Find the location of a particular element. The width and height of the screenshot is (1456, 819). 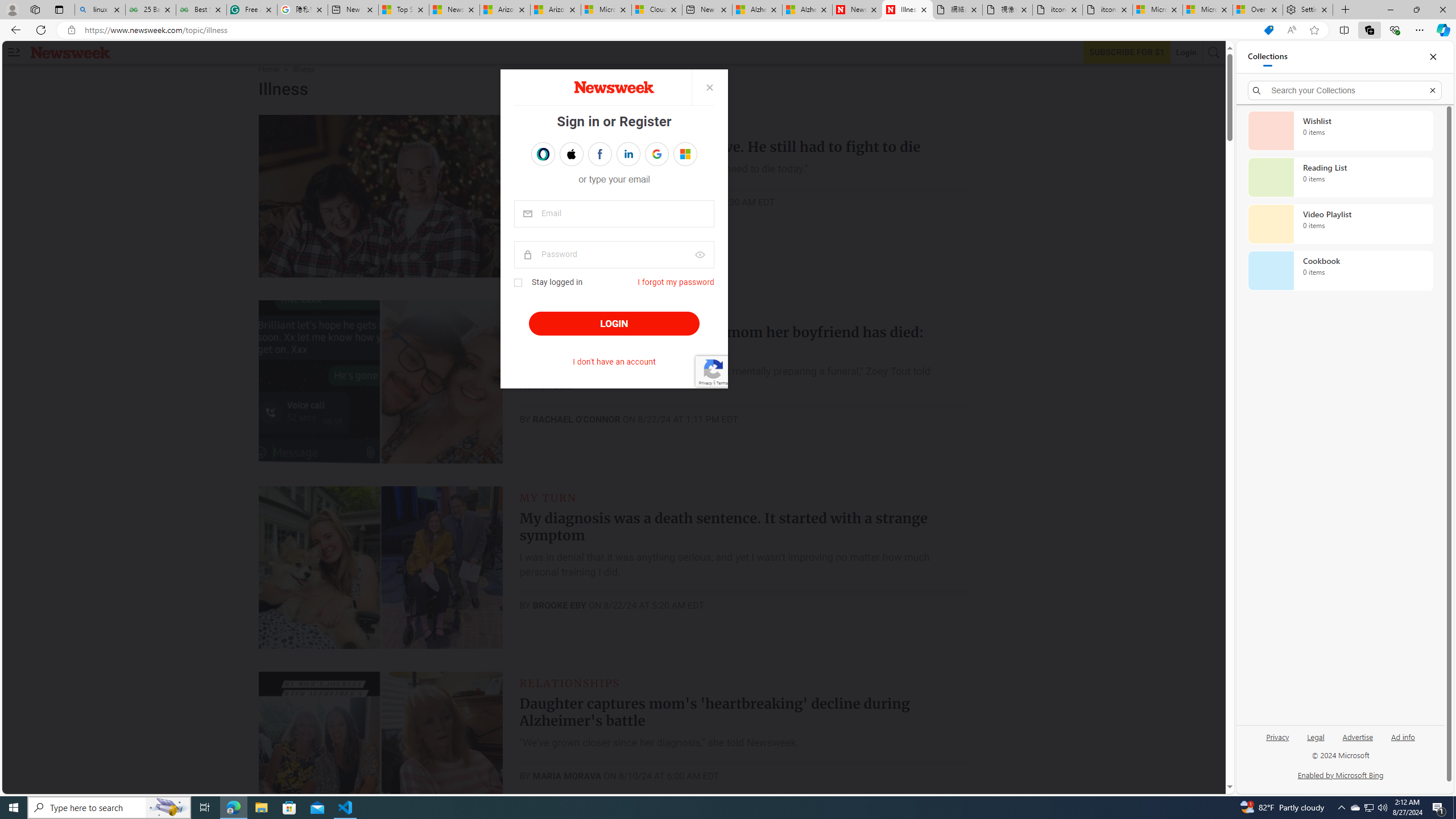

'Privacy' is located at coordinates (1277, 741).